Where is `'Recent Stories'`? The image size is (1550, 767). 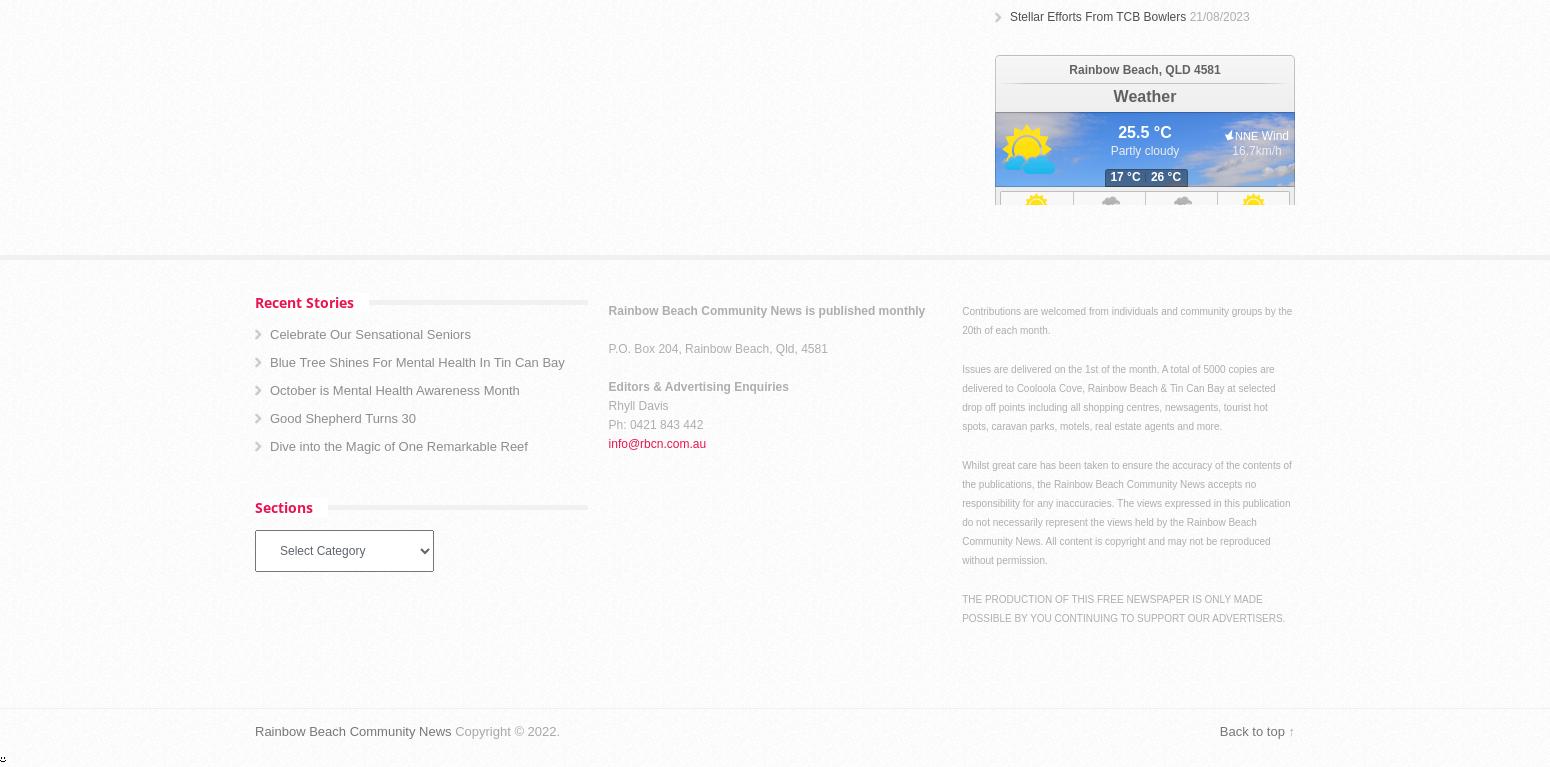 'Recent Stories' is located at coordinates (304, 300).